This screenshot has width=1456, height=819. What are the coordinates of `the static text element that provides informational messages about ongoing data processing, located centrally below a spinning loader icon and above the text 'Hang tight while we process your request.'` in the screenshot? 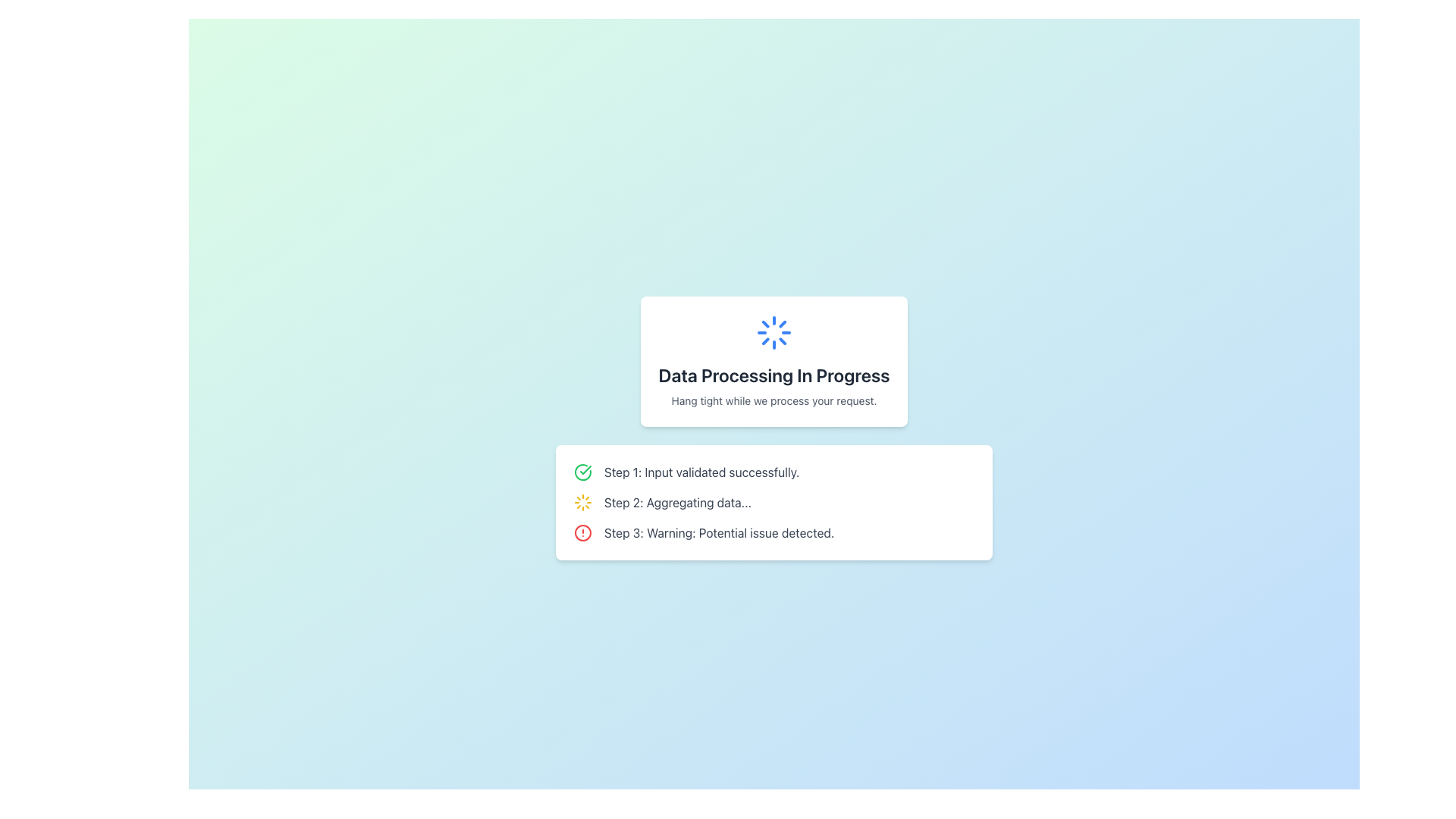 It's located at (774, 375).